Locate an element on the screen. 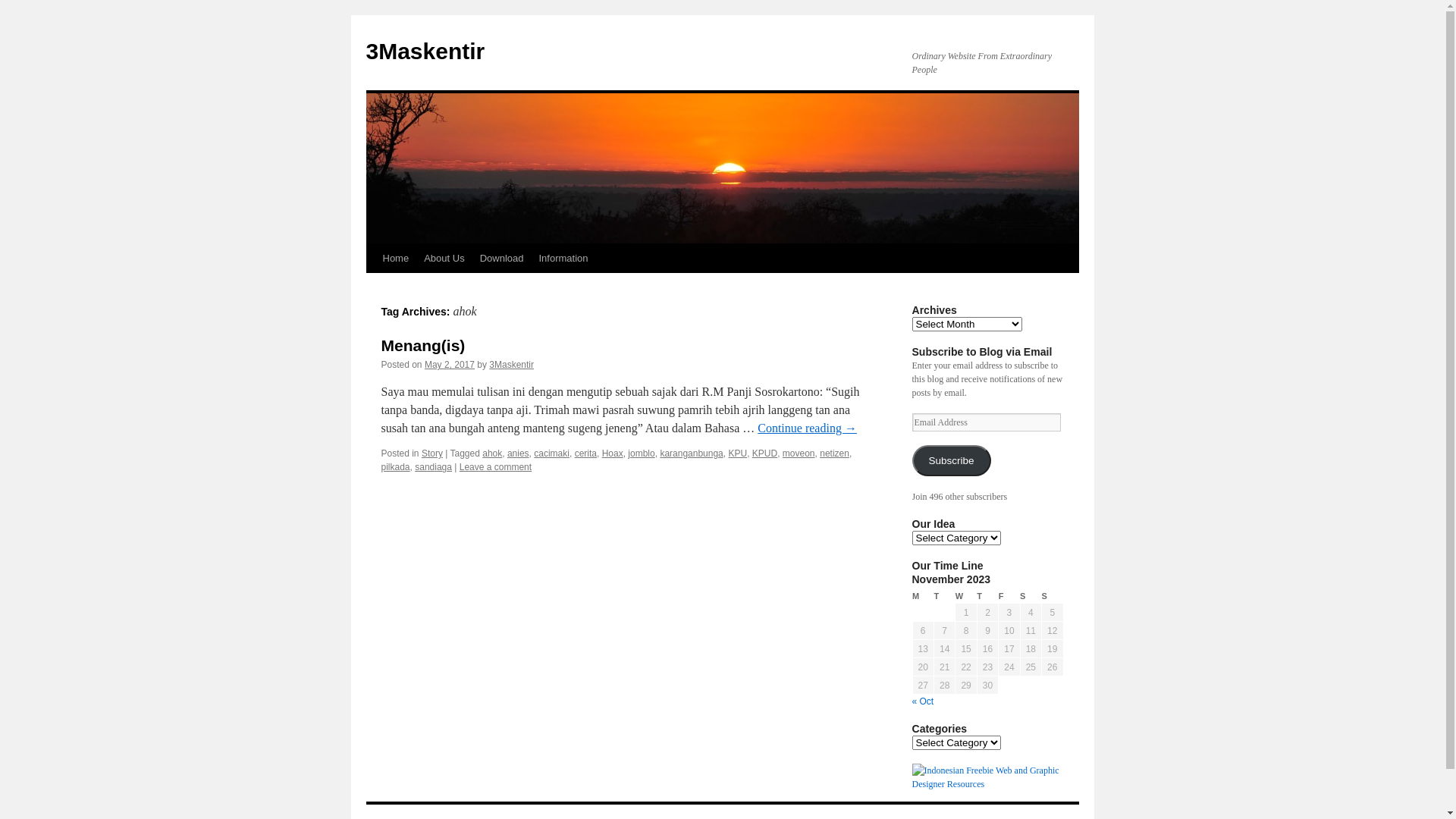 The height and width of the screenshot is (819, 1456). 'About Us' is located at coordinates (443, 257).